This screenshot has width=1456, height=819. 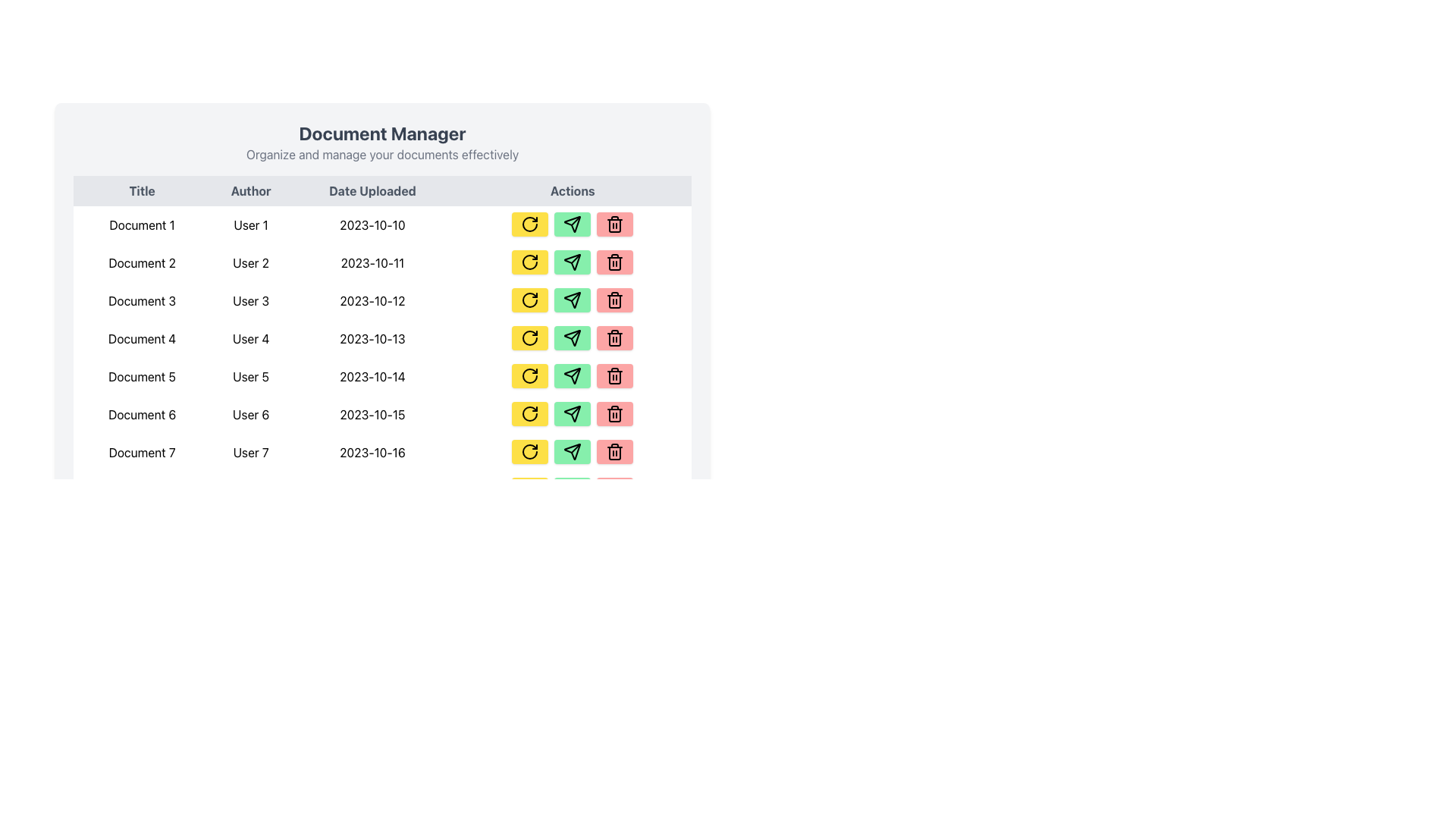 What do you see at coordinates (572, 337) in the screenshot?
I see `the green upward-pointing paper airplane icon in the Actions column for 'Document 4' in the Document Manager table` at bounding box center [572, 337].